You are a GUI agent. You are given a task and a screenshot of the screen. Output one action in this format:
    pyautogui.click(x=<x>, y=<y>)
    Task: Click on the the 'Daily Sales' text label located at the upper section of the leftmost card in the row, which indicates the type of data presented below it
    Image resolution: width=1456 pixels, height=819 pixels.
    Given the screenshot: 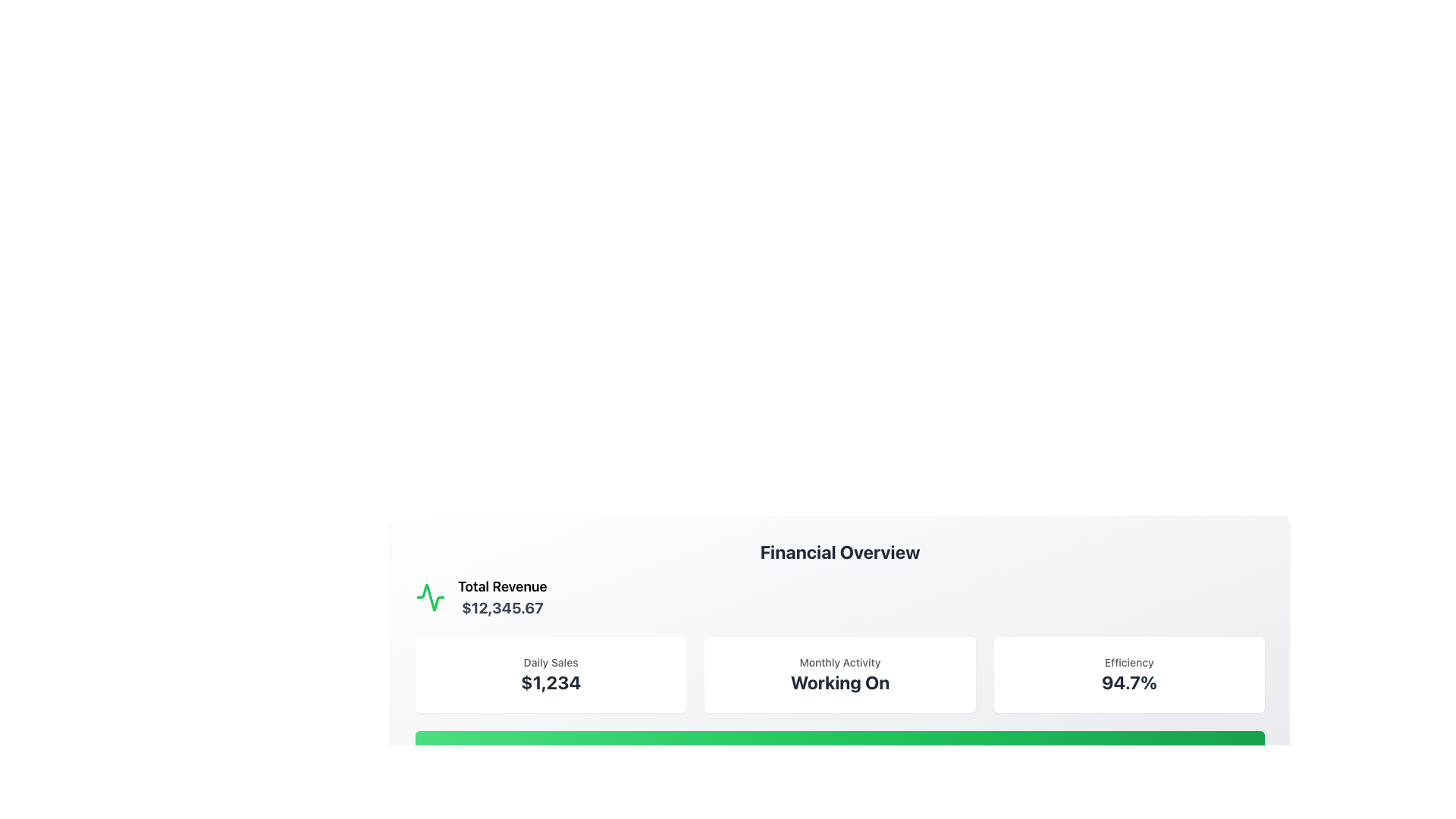 What is the action you would take?
    pyautogui.click(x=550, y=662)
    